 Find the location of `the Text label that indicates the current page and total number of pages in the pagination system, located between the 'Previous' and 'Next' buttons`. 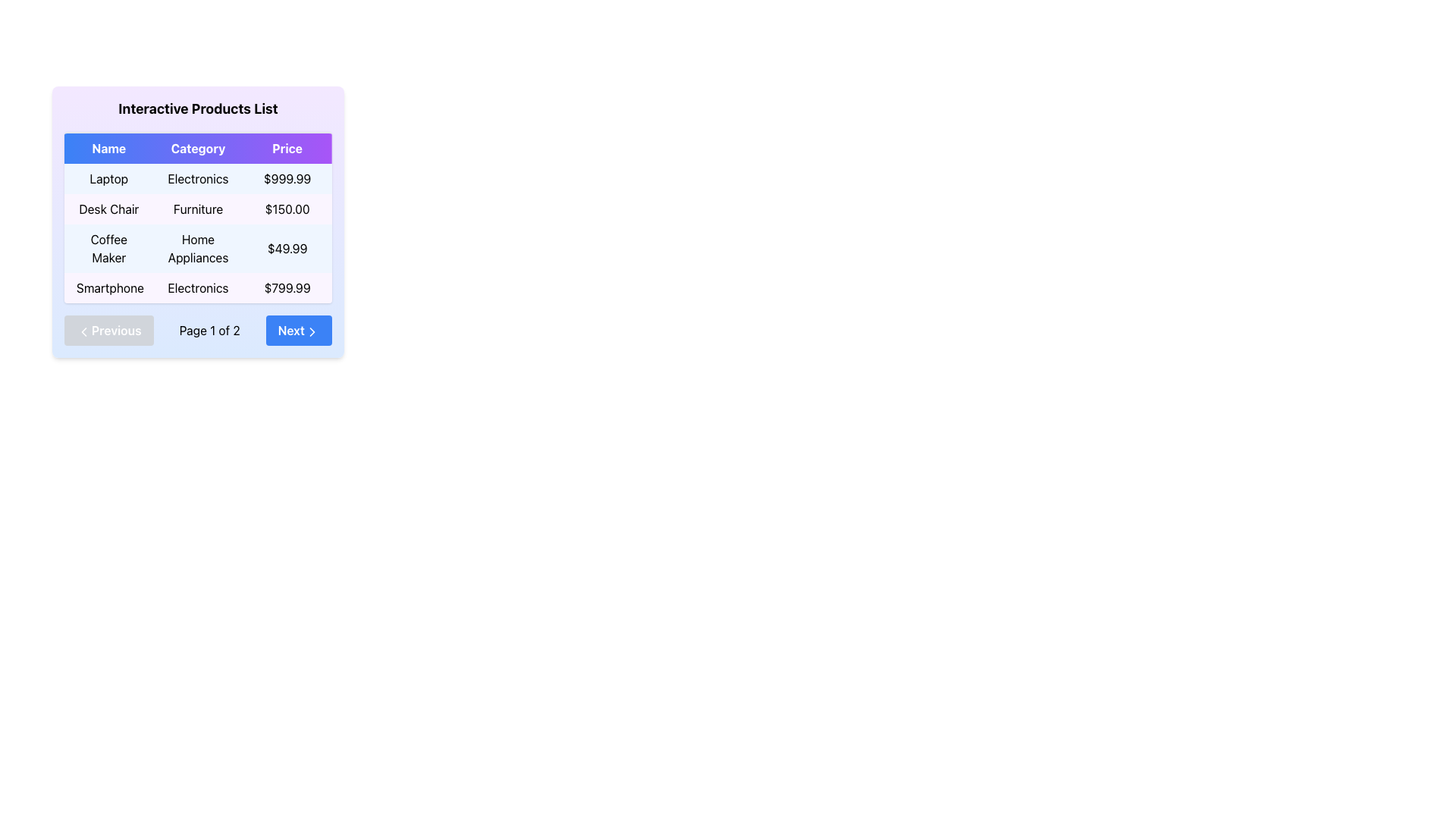

the Text label that indicates the current page and total number of pages in the pagination system, located between the 'Previous' and 'Next' buttons is located at coordinates (209, 329).